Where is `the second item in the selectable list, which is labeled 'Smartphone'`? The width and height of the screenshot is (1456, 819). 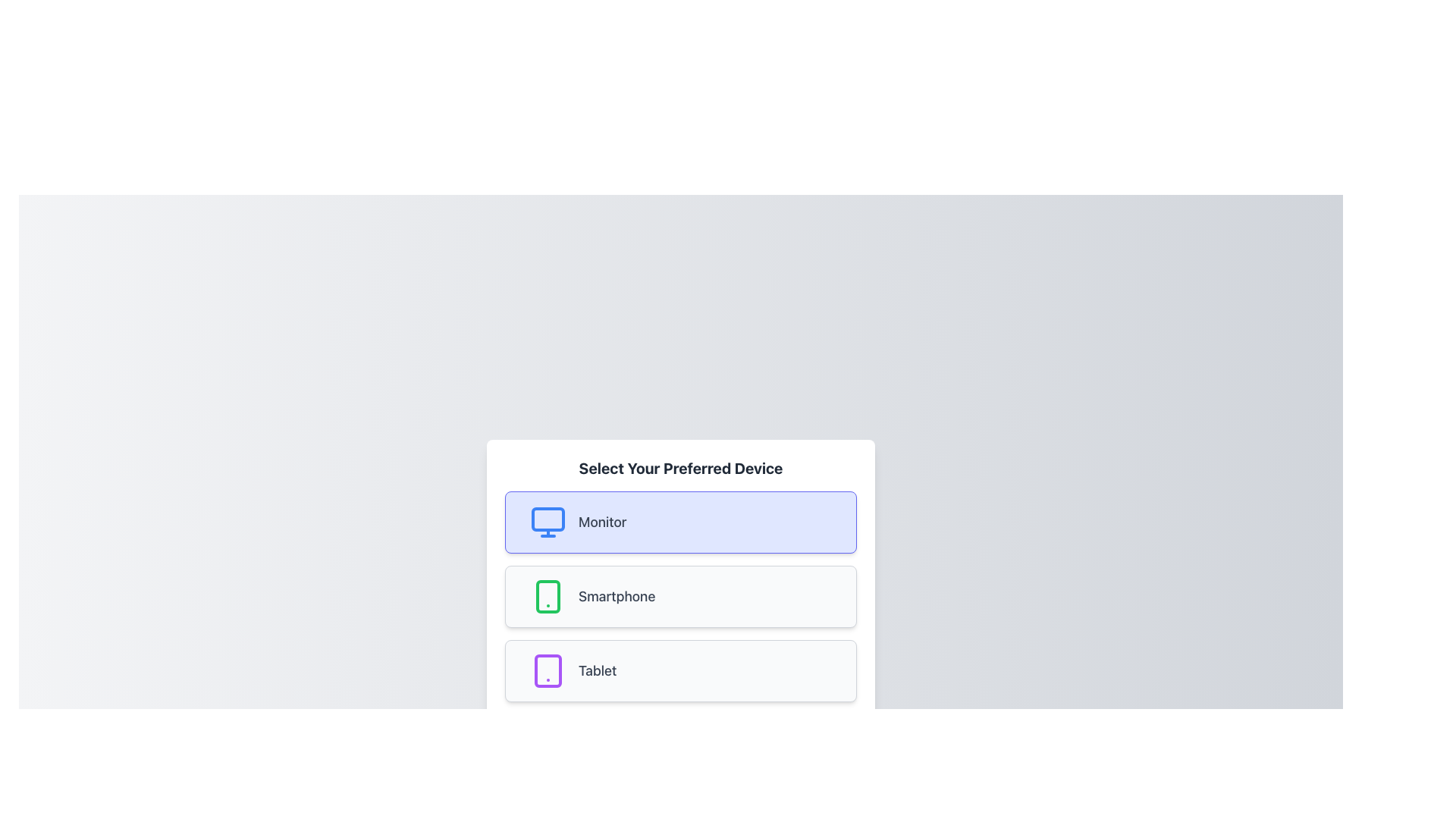
the second item in the selectable list, which is labeled 'Smartphone' is located at coordinates (679, 595).